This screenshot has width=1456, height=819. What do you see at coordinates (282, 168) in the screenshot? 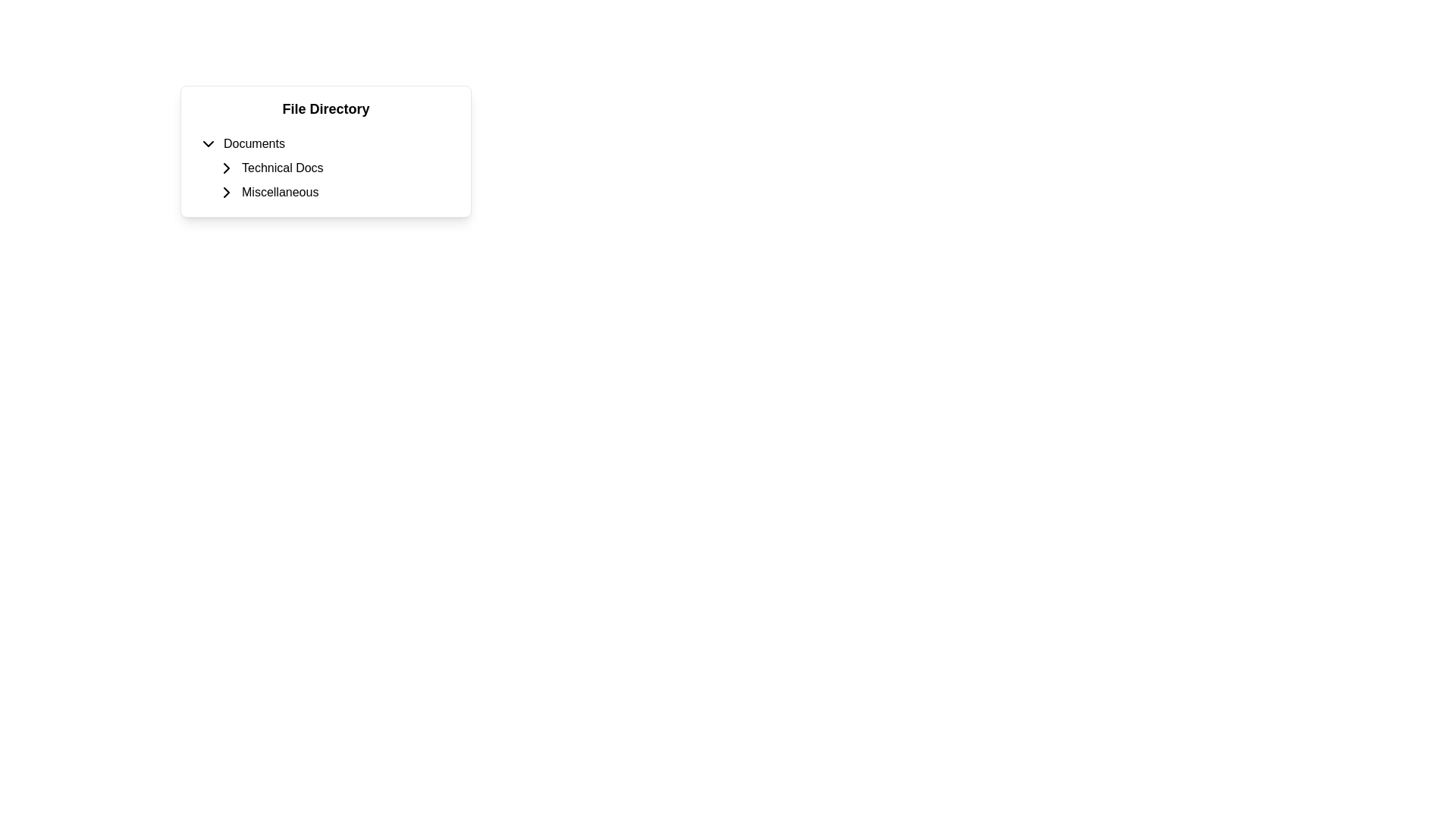
I see `the 'Technical Docs' text label, which is styled in bold sans-serif font and located in the left panel under the 'Documents' hierarchy` at bounding box center [282, 168].